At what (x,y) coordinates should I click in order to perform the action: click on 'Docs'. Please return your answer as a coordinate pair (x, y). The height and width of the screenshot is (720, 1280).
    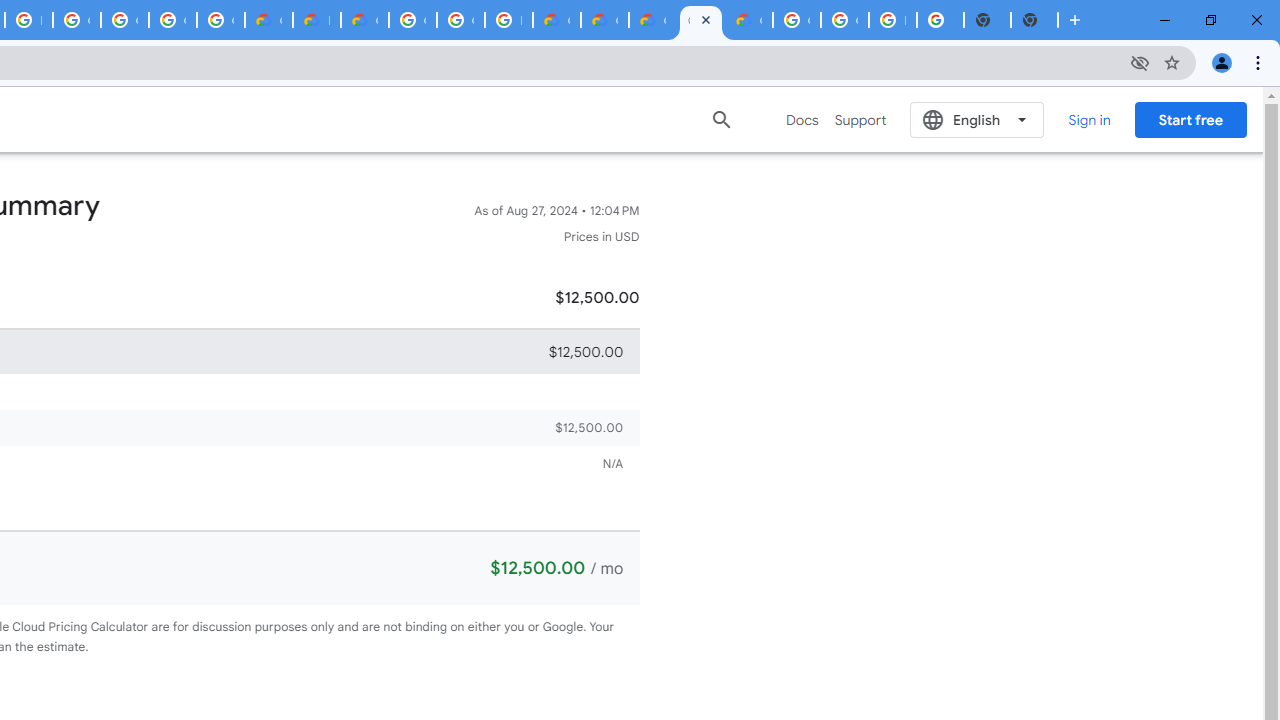
    Looking at the image, I should click on (802, 119).